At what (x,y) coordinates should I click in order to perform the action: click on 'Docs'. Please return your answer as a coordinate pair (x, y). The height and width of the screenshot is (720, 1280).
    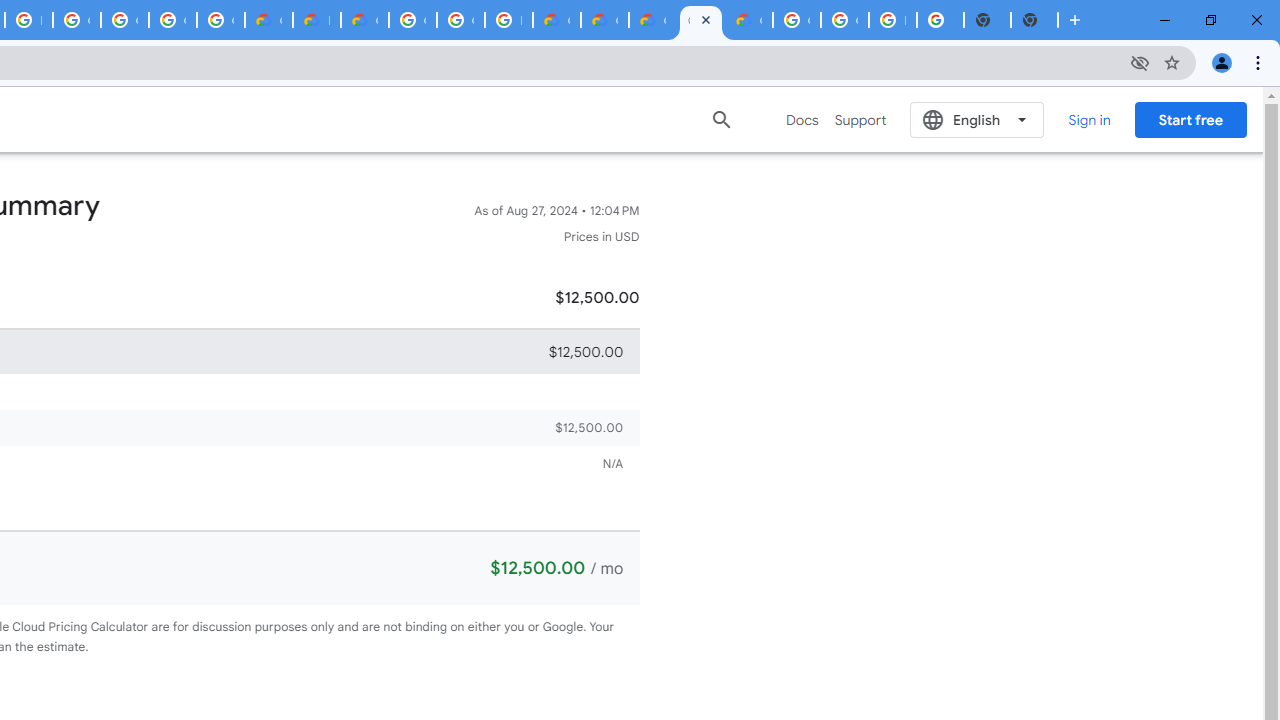
    Looking at the image, I should click on (802, 119).